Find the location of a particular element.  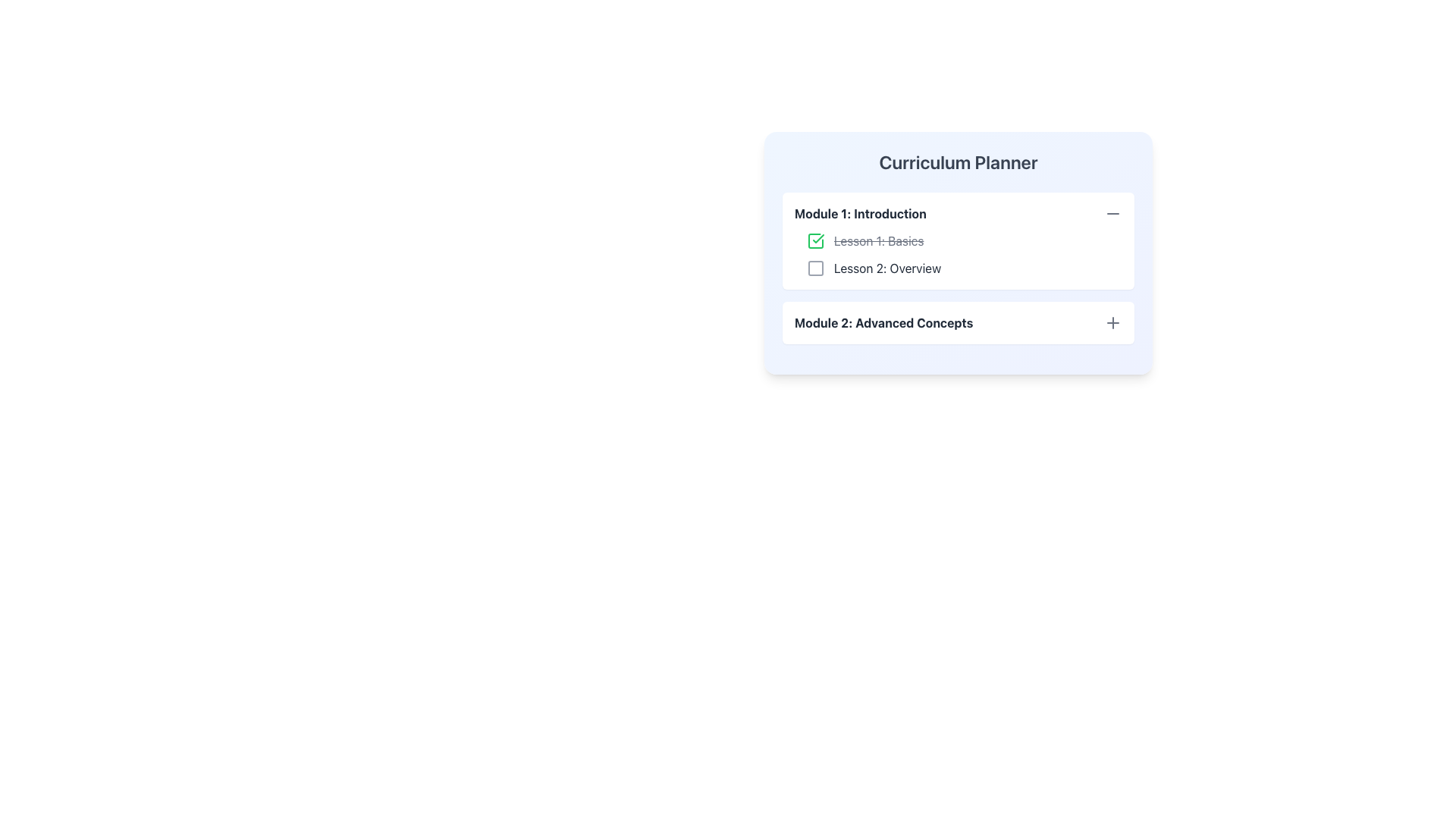

the title text that reads 'Curriculum Planner', which is styled in bold and larger font, located at the top of the panel with a light blue gradient background is located at coordinates (957, 162).